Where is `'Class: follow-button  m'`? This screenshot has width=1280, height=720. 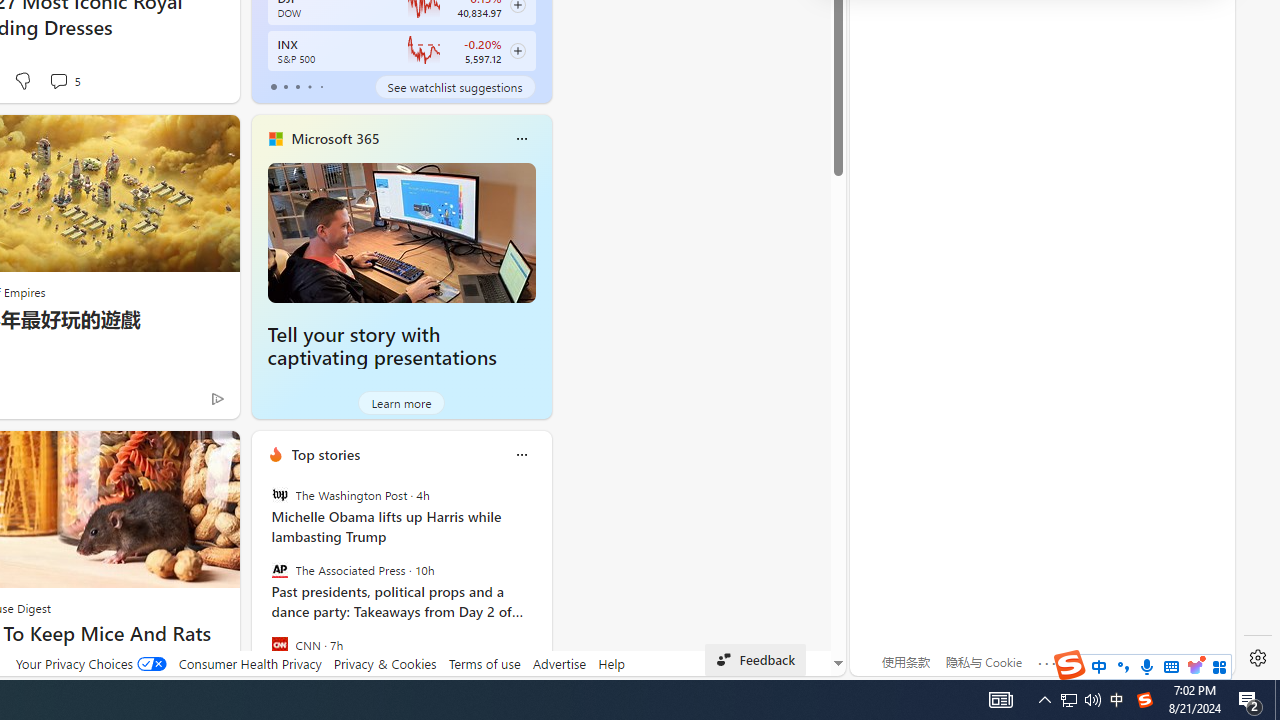
'Class: follow-button  m' is located at coordinates (517, 50).